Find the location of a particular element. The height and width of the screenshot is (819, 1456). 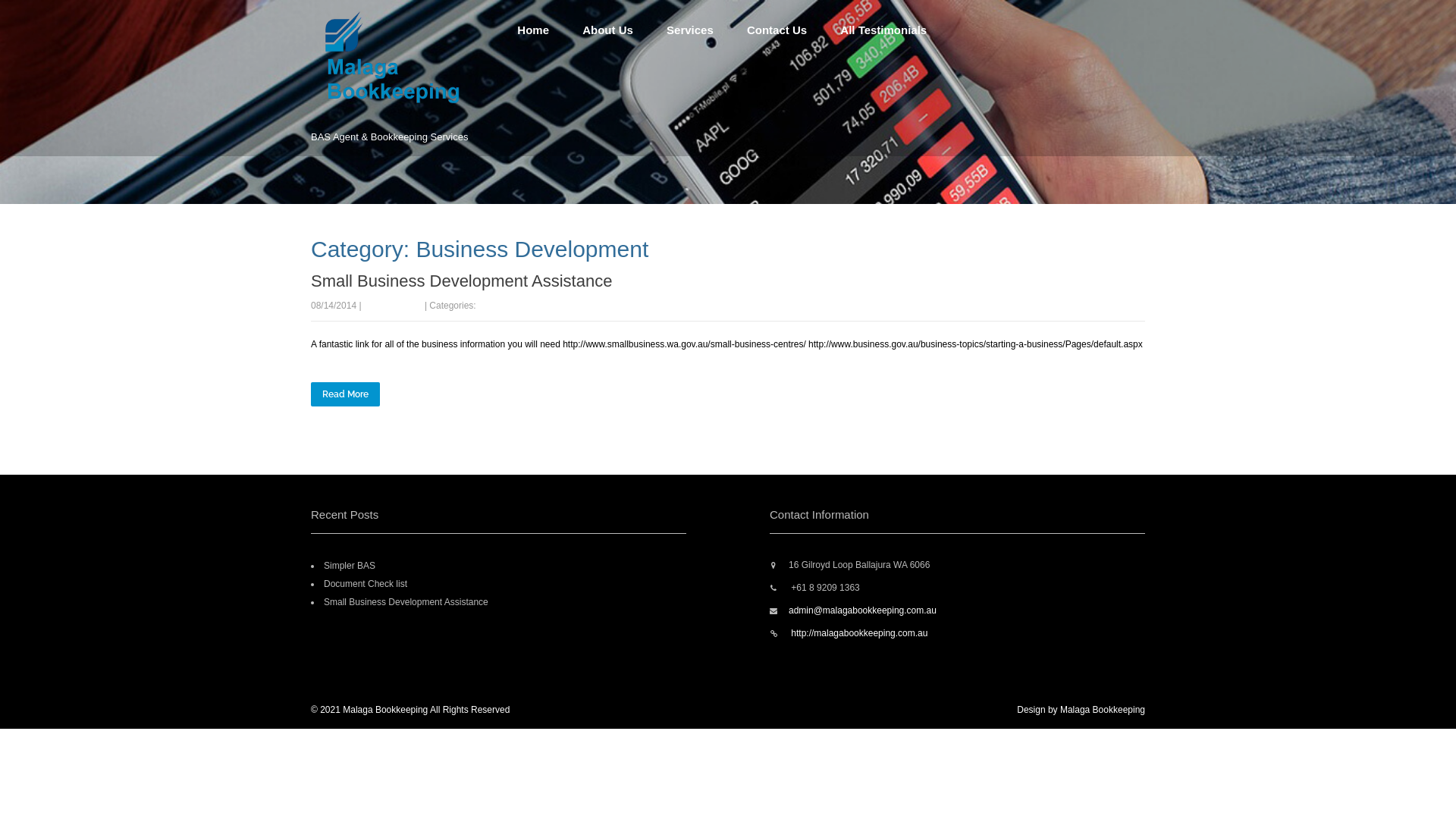

'No Comments' is located at coordinates (393, 305).